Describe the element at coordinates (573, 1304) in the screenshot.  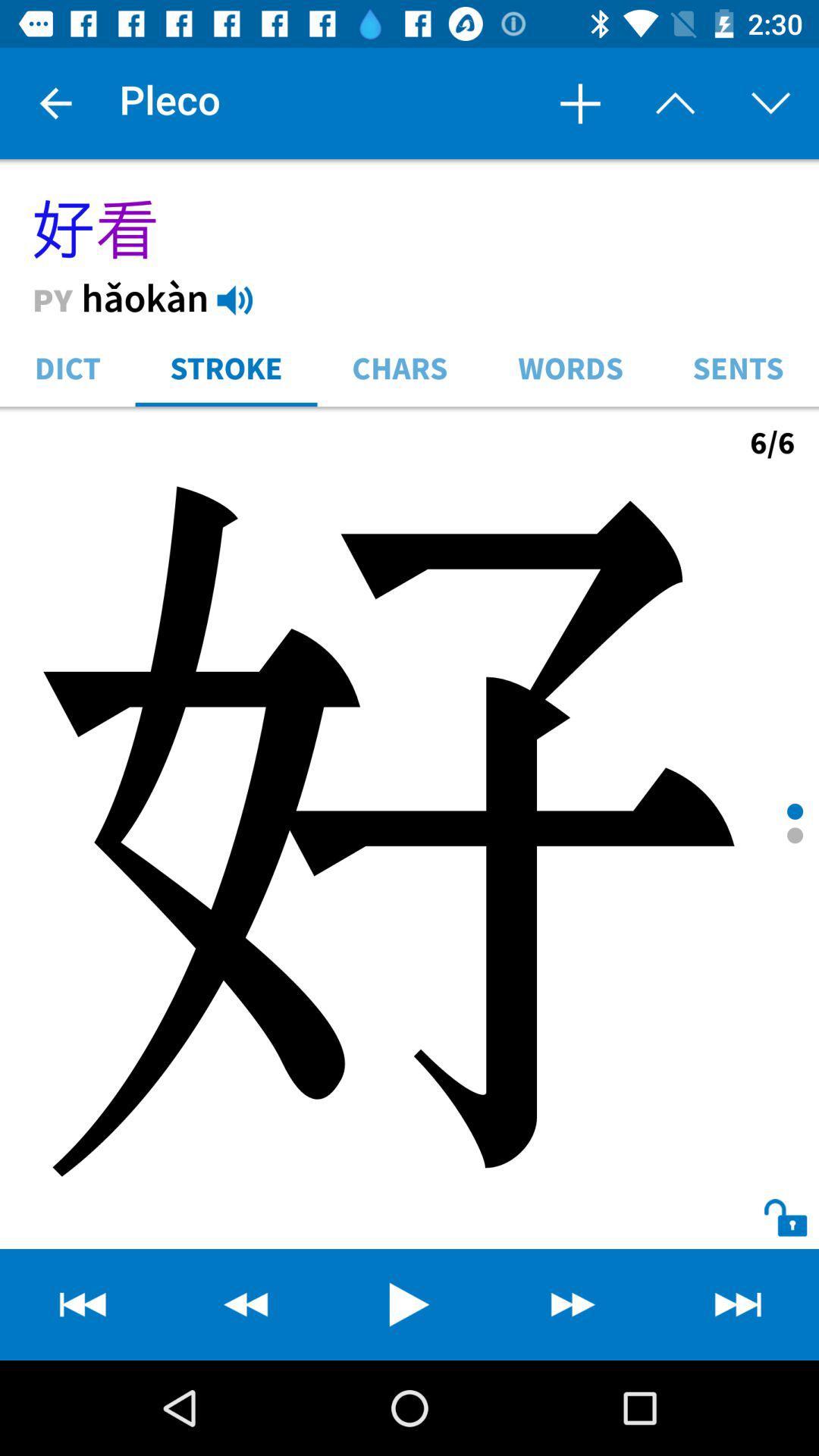
I see `the av_forward icon` at that location.